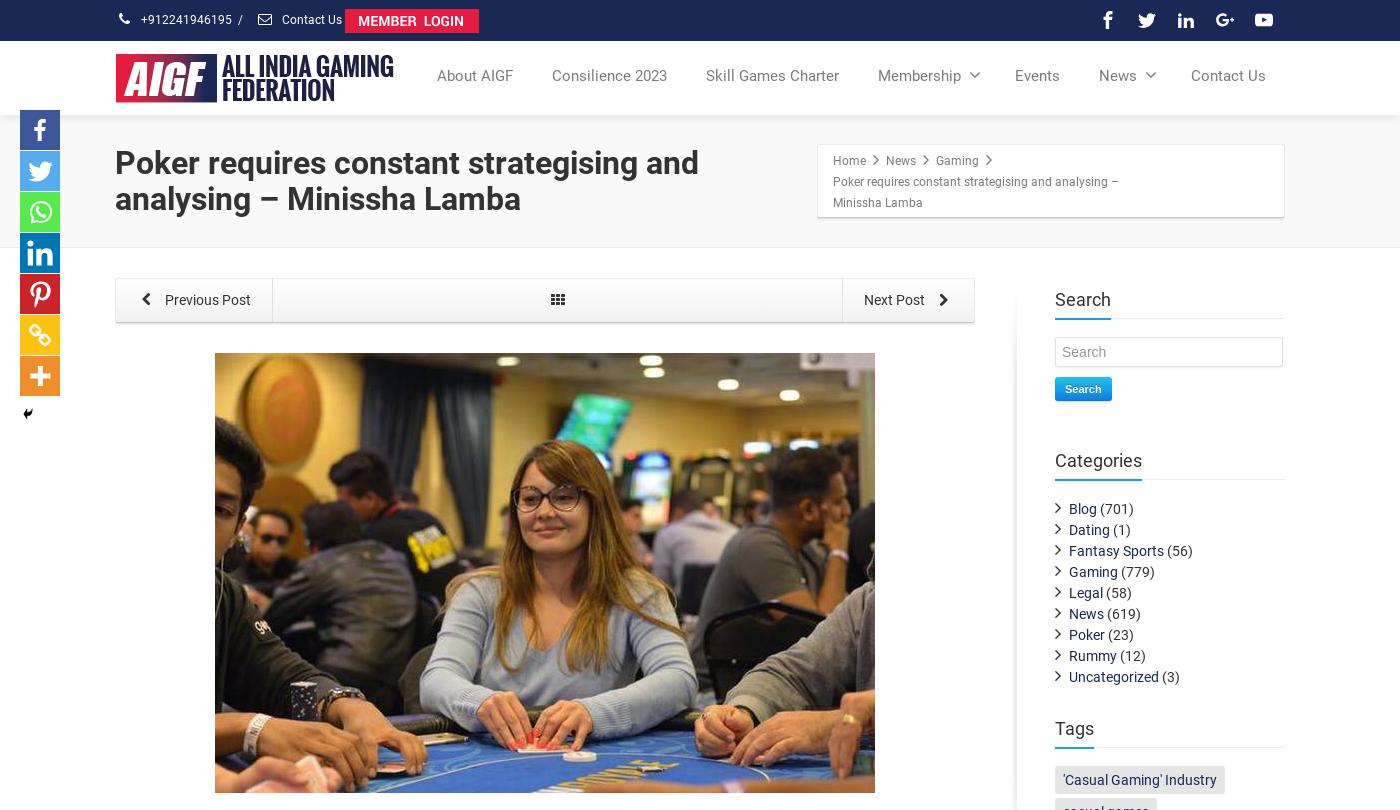 The image size is (1400, 810). Describe the element at coordinates (1089, 529) in the screenshot. I see `'Dating'` at that location.